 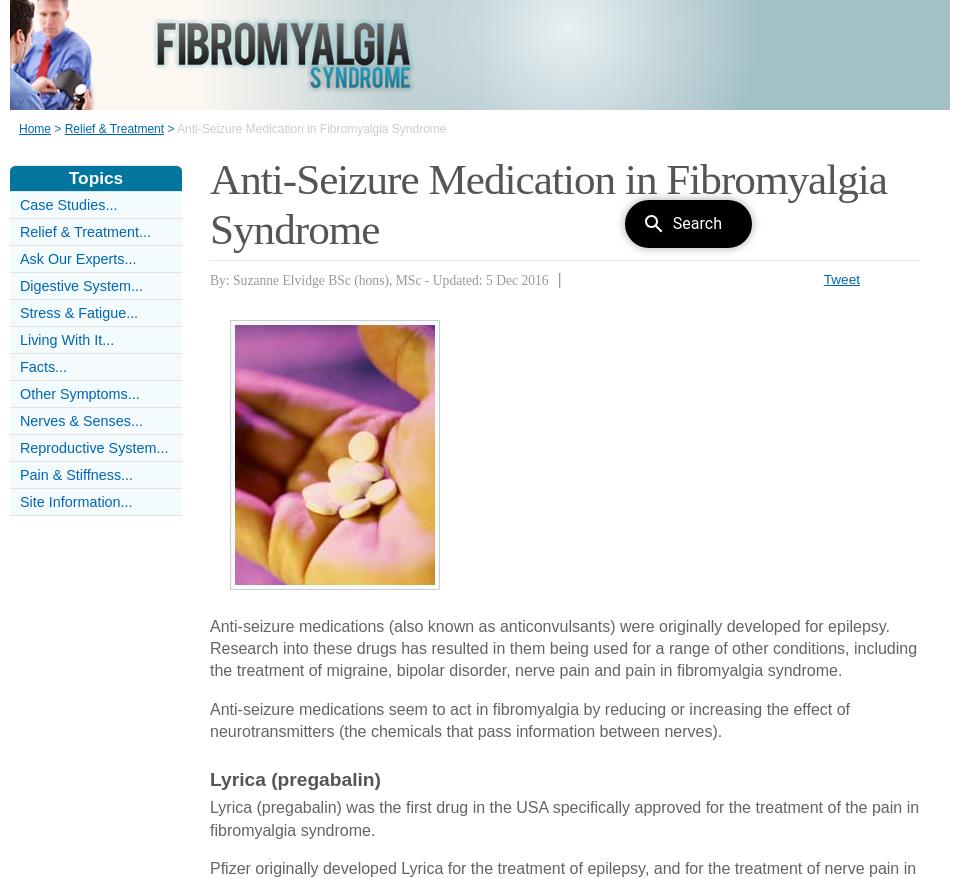 What do you see at coordinates (78, 258) in the screenshot?
I see `'Ask Our Experts...'` at bounding box center [78, 258].